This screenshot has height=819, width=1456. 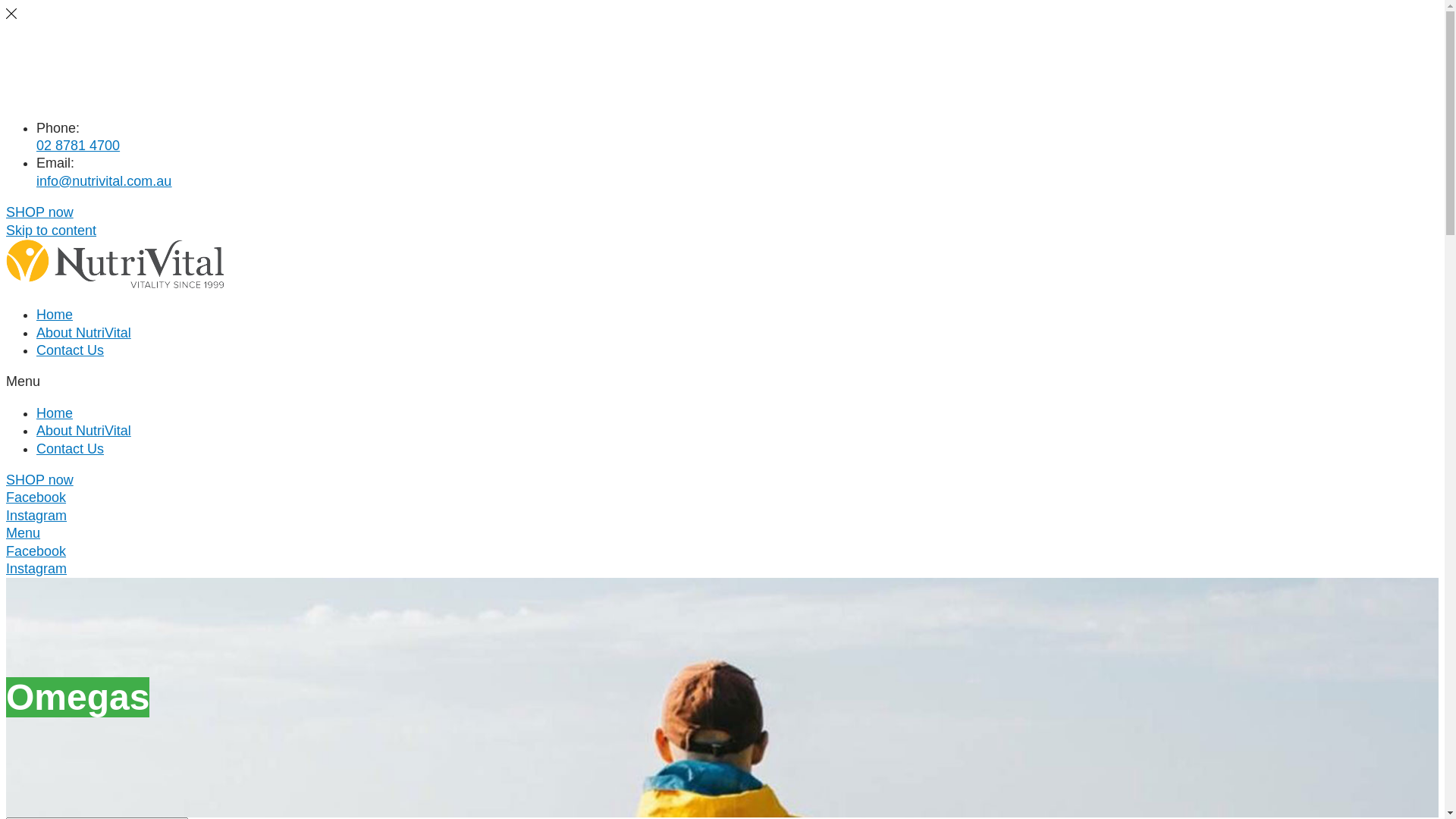 What do you see at coordinates (83, 71) in the screenshot?
I see `'About NutriVital'` at bounding box center [83, 71].